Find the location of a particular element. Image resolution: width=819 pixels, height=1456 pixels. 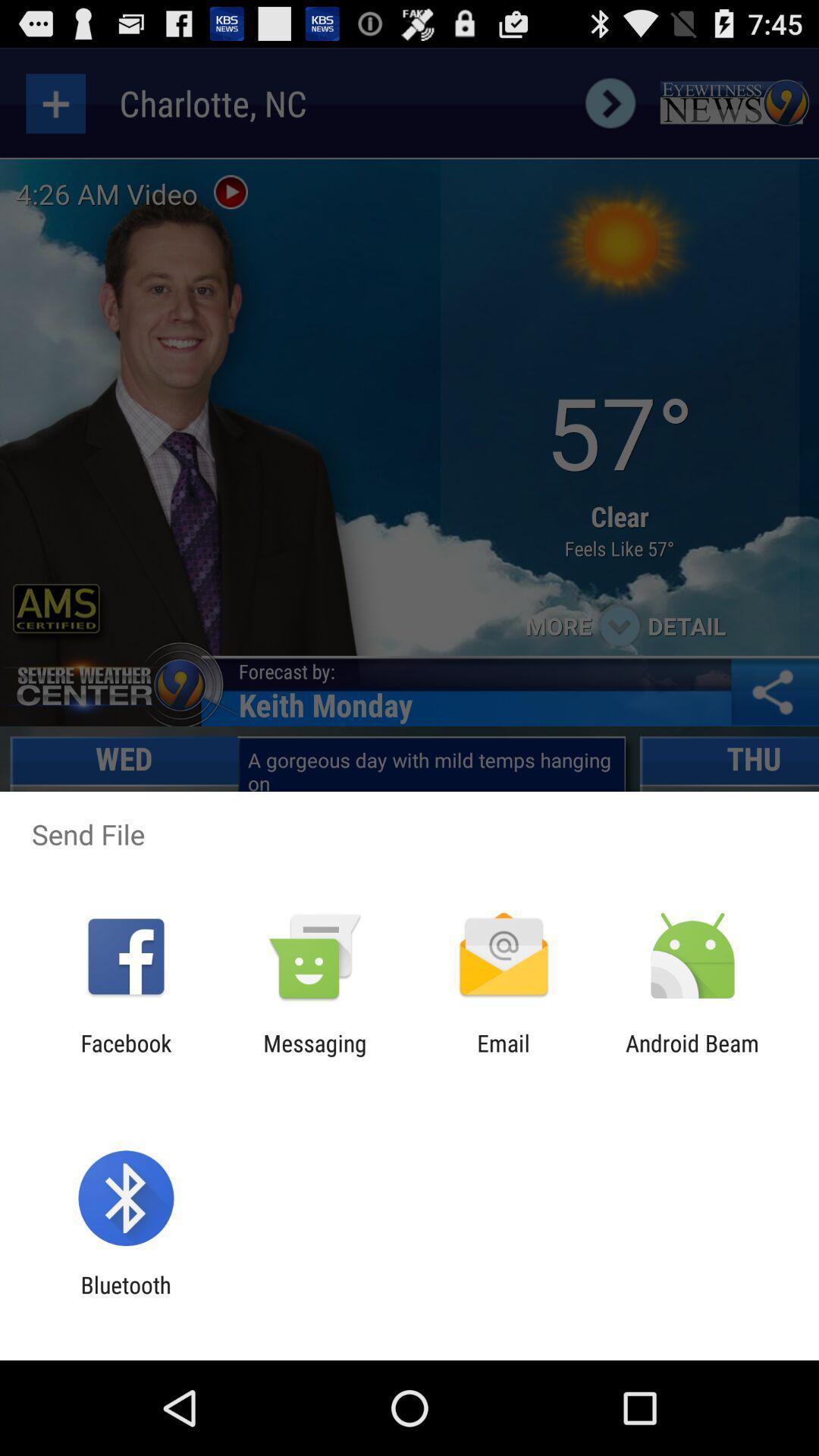

the bluetooth icon is located at coordinates (125, 1298).